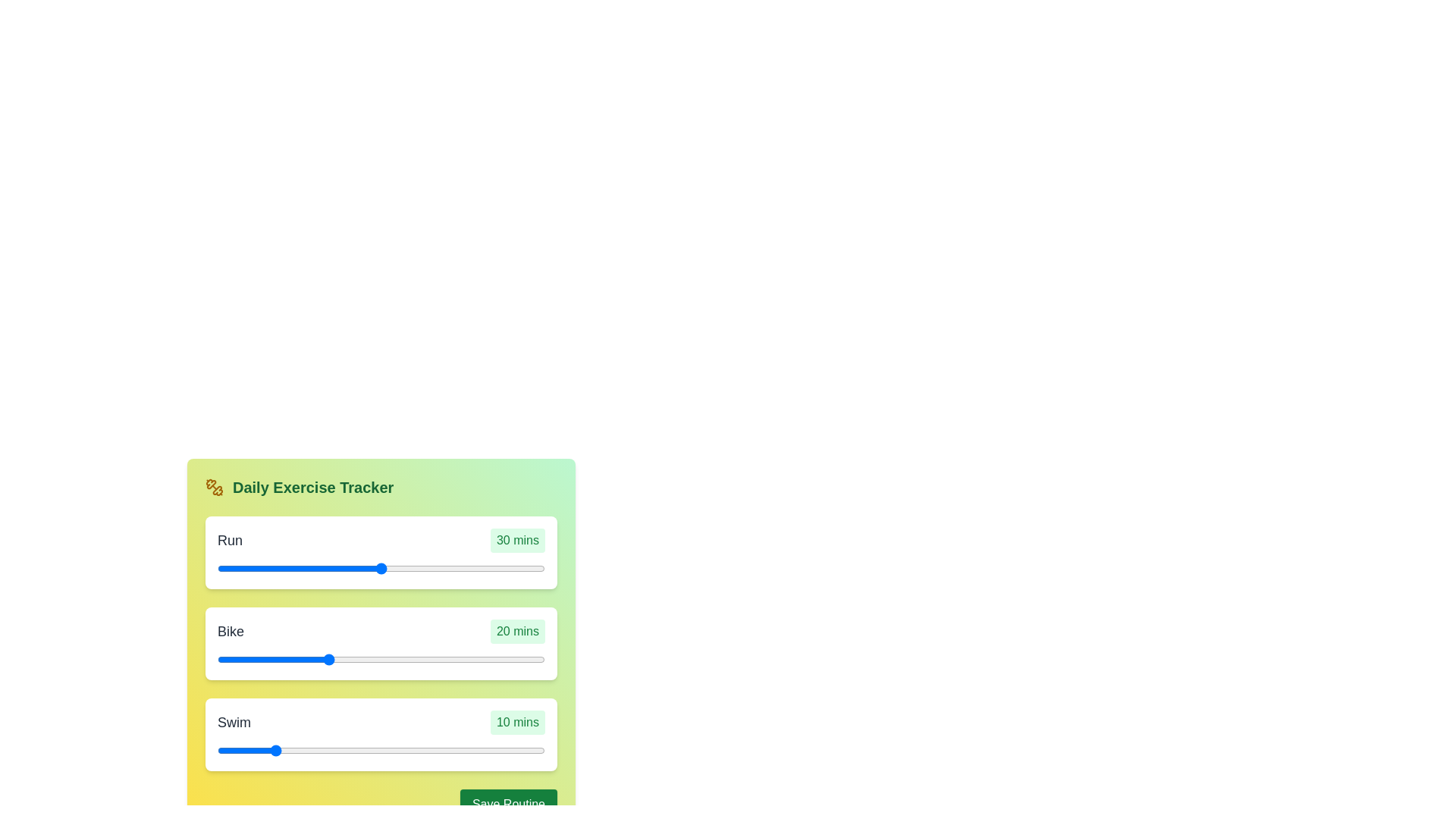 Image resolution: width=1456 pixels, height=819 pixels. What do you see at coordinates (384, 659) in the screenshot?
I see `the duration of the 1 slider to 1 minutes` at bounding box center [384, 659].